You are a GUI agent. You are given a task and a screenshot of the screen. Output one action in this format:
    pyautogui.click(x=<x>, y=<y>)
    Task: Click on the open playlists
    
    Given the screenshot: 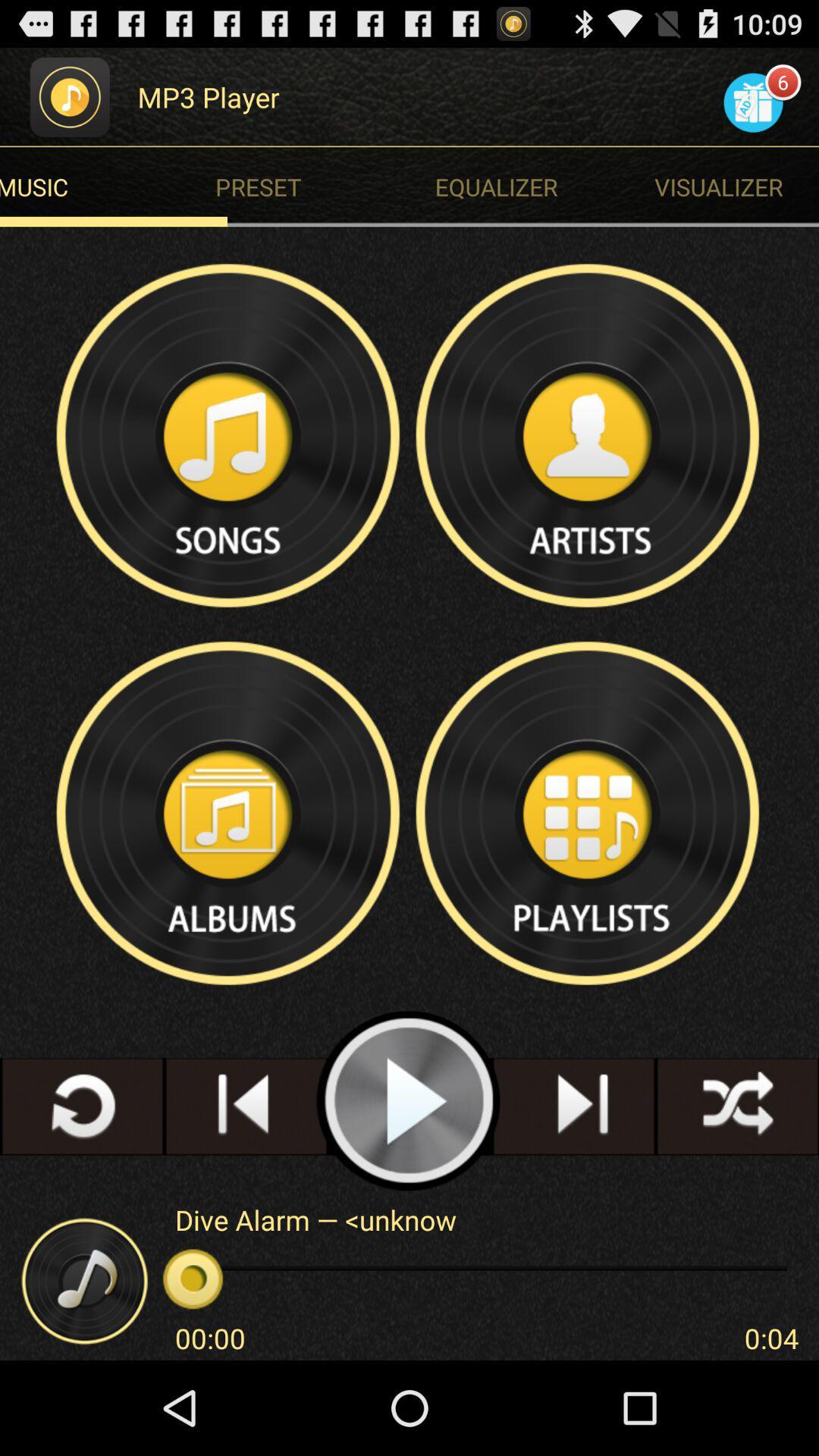 What is the action you would take?
    pyautogui.click(x=588, y=812)
    